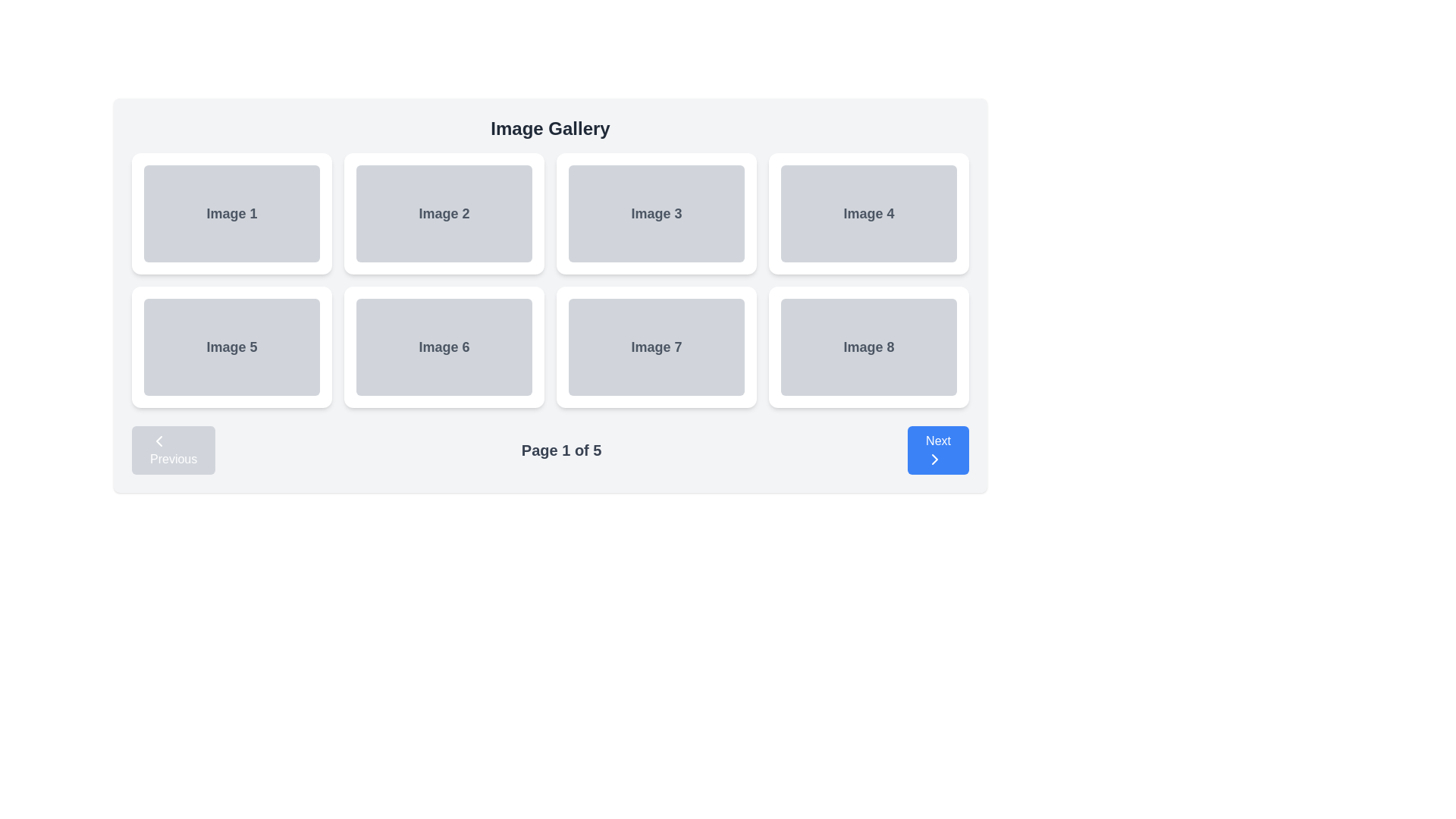 This screenshot has height=819, width=1456. Describe the element at coordinates (231, 213) in the screenshot. I see `the image preview card located at the top-left corner of the grid layout` at that location.